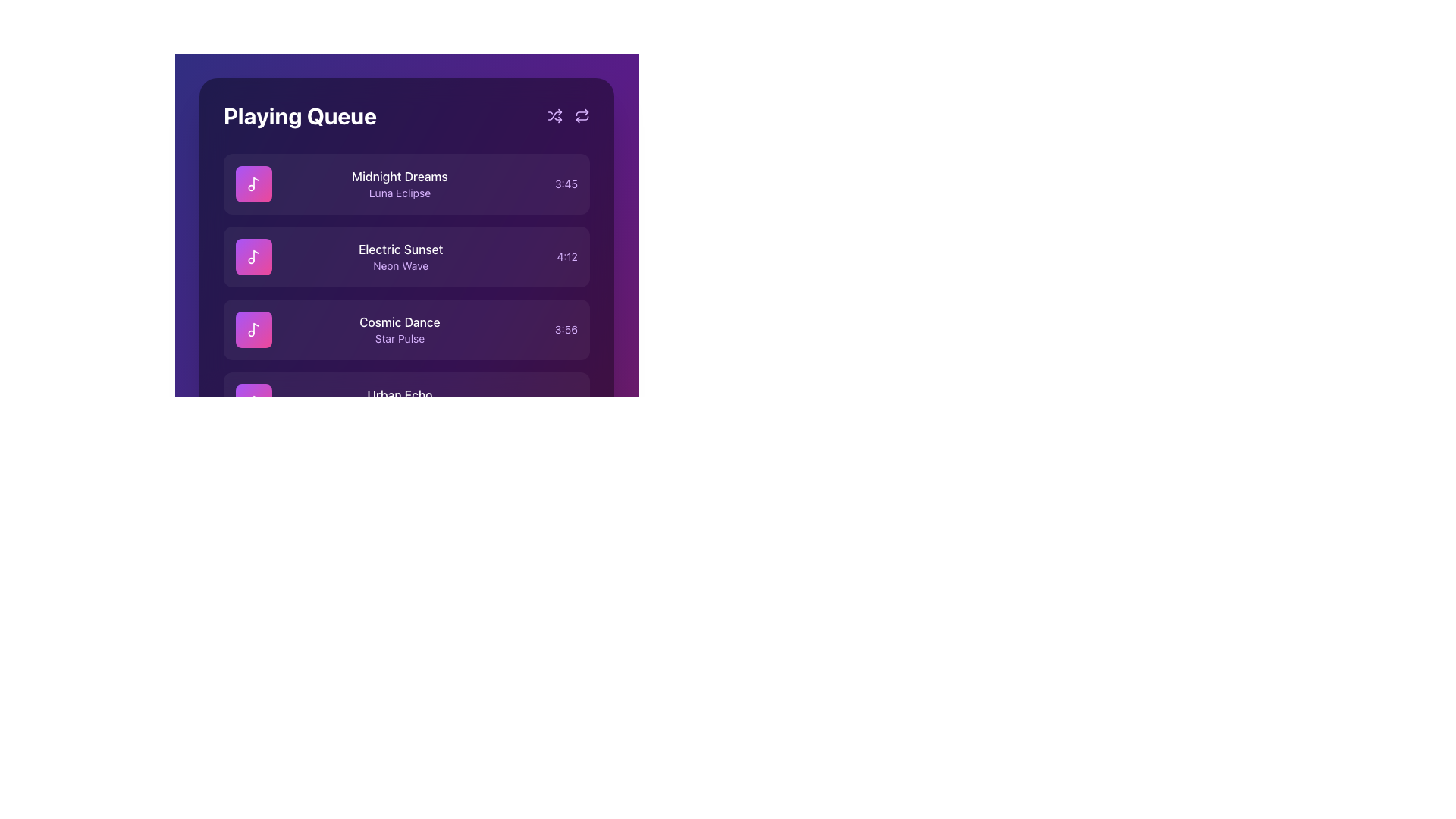 Image resolution: width=1456 pixels, height=819 pixels. I want to click on the 'shuffle' button, so click(554, 115).